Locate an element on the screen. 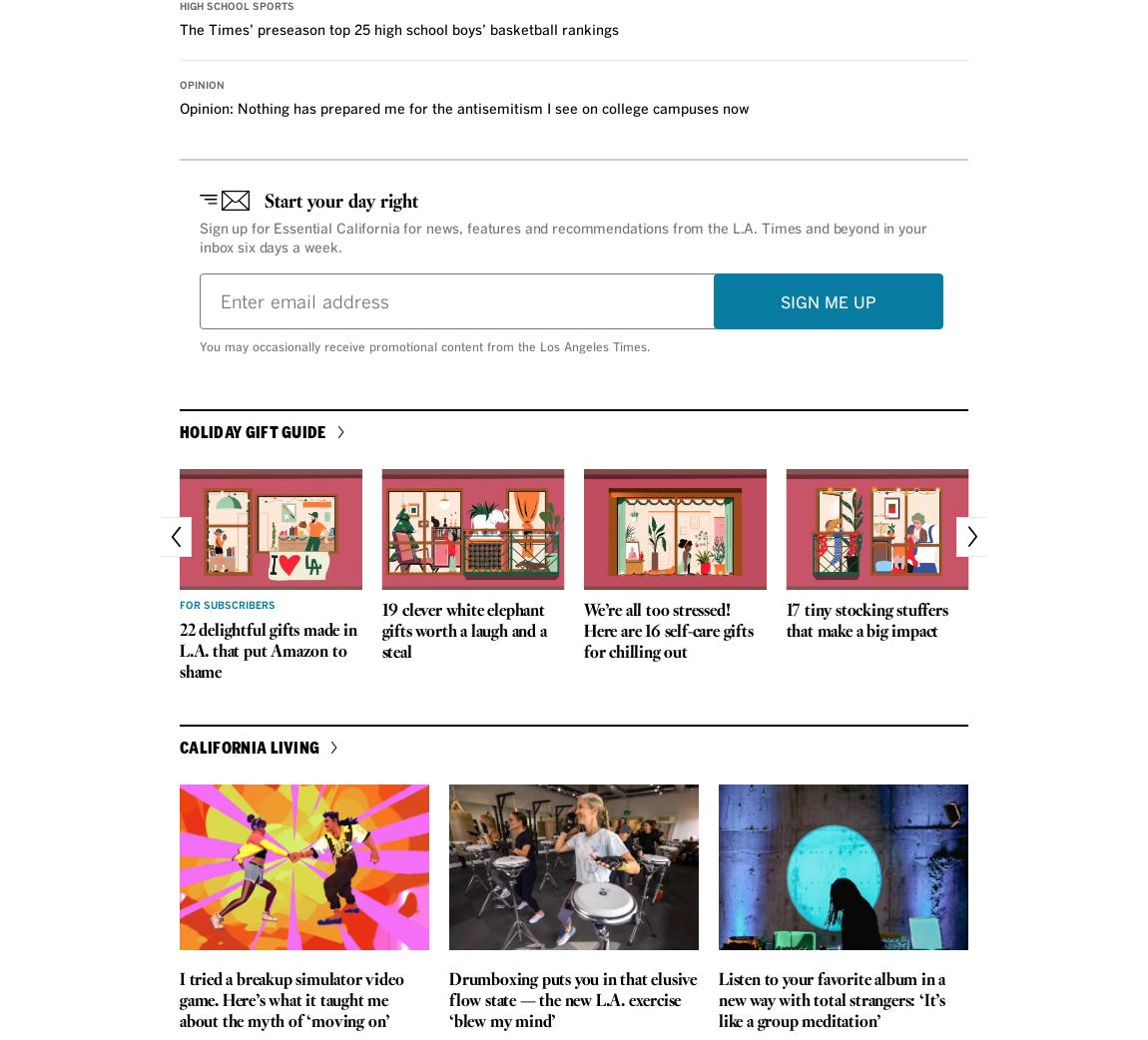 Image resolution: width=1148 pixels, height=1040 pixels. 'Listen to your favorite album in a new way with total strangers: ‘It’s like a group meditation’' is located at coordinates (716, 1001).